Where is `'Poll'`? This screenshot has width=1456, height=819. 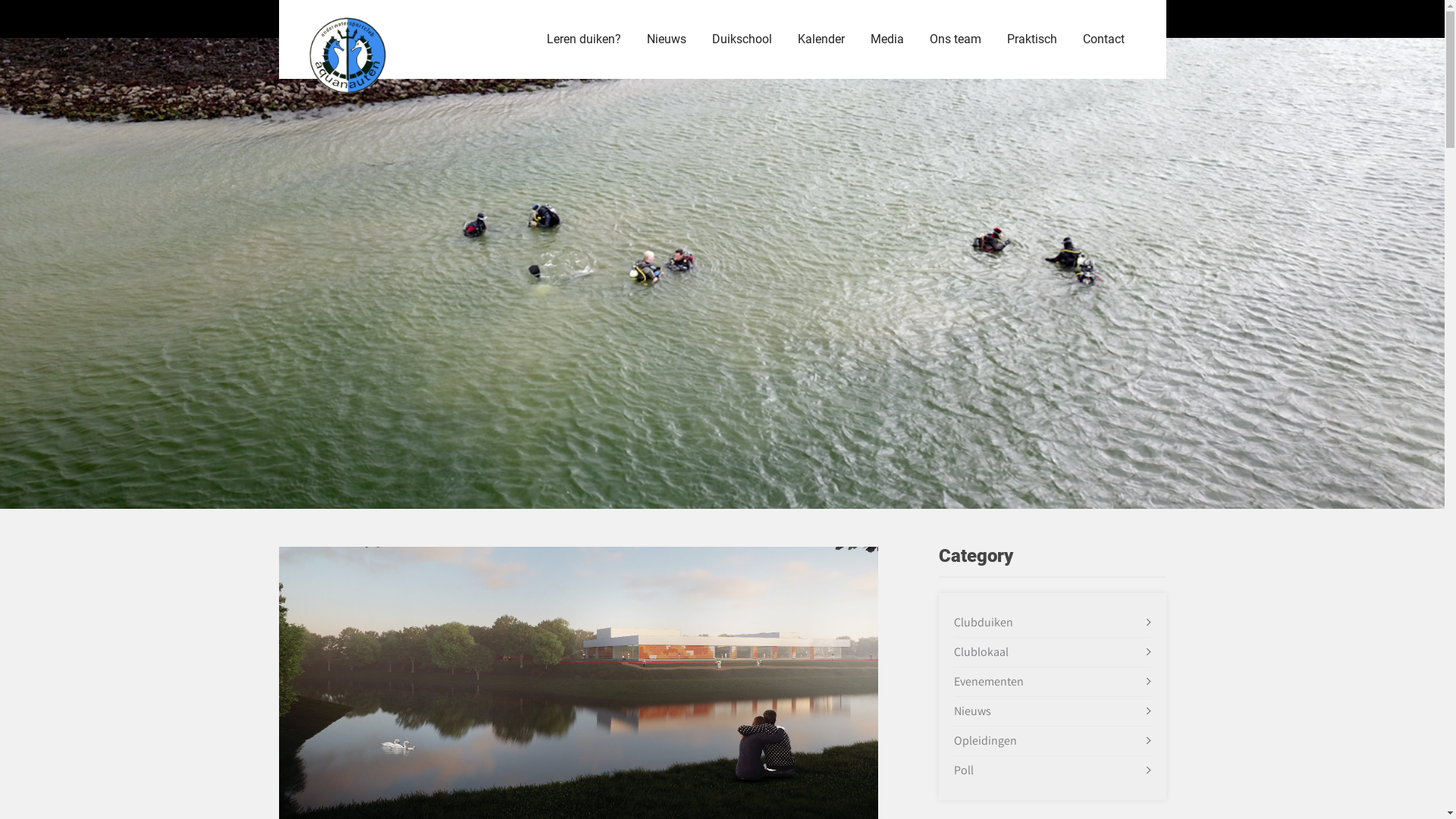
'Poll' is located at coordinates (963, 770).